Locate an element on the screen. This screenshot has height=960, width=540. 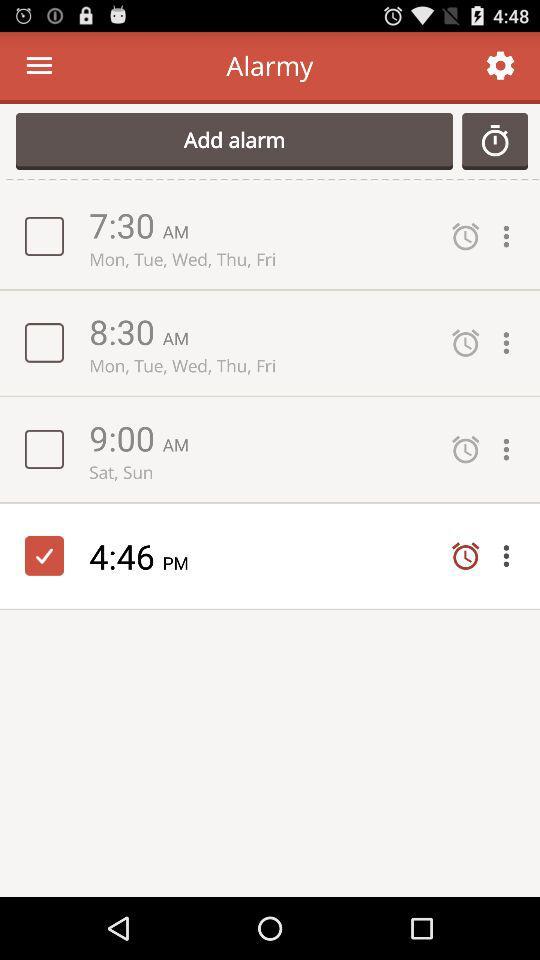
more options 7:30 am is located at coordinates (511, 236).